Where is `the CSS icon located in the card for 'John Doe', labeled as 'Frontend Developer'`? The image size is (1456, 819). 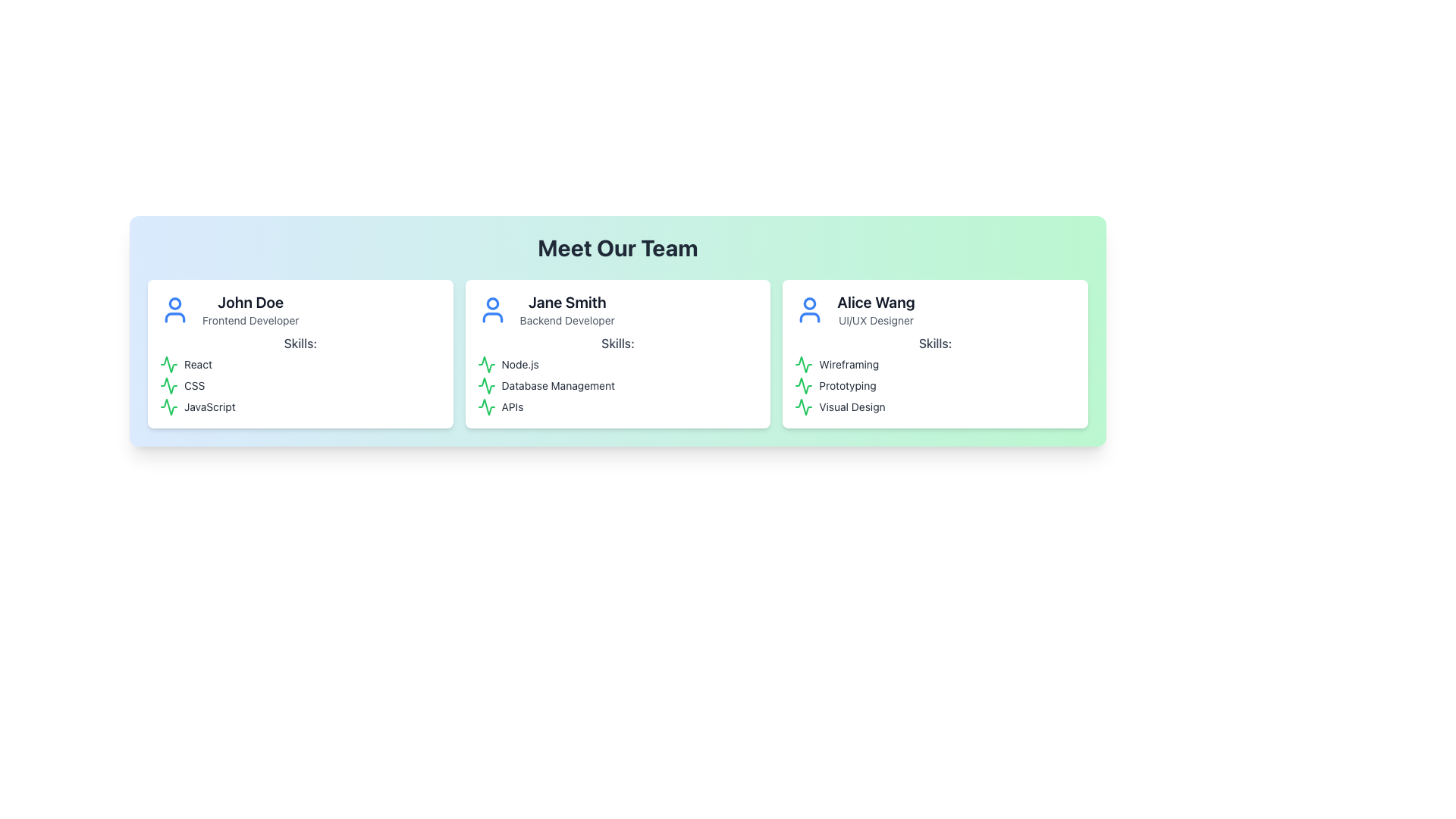 the CSS icon located in the card for 'John Doe', labeled as 'Frontend Developer' is located at coordinates (168, 385).